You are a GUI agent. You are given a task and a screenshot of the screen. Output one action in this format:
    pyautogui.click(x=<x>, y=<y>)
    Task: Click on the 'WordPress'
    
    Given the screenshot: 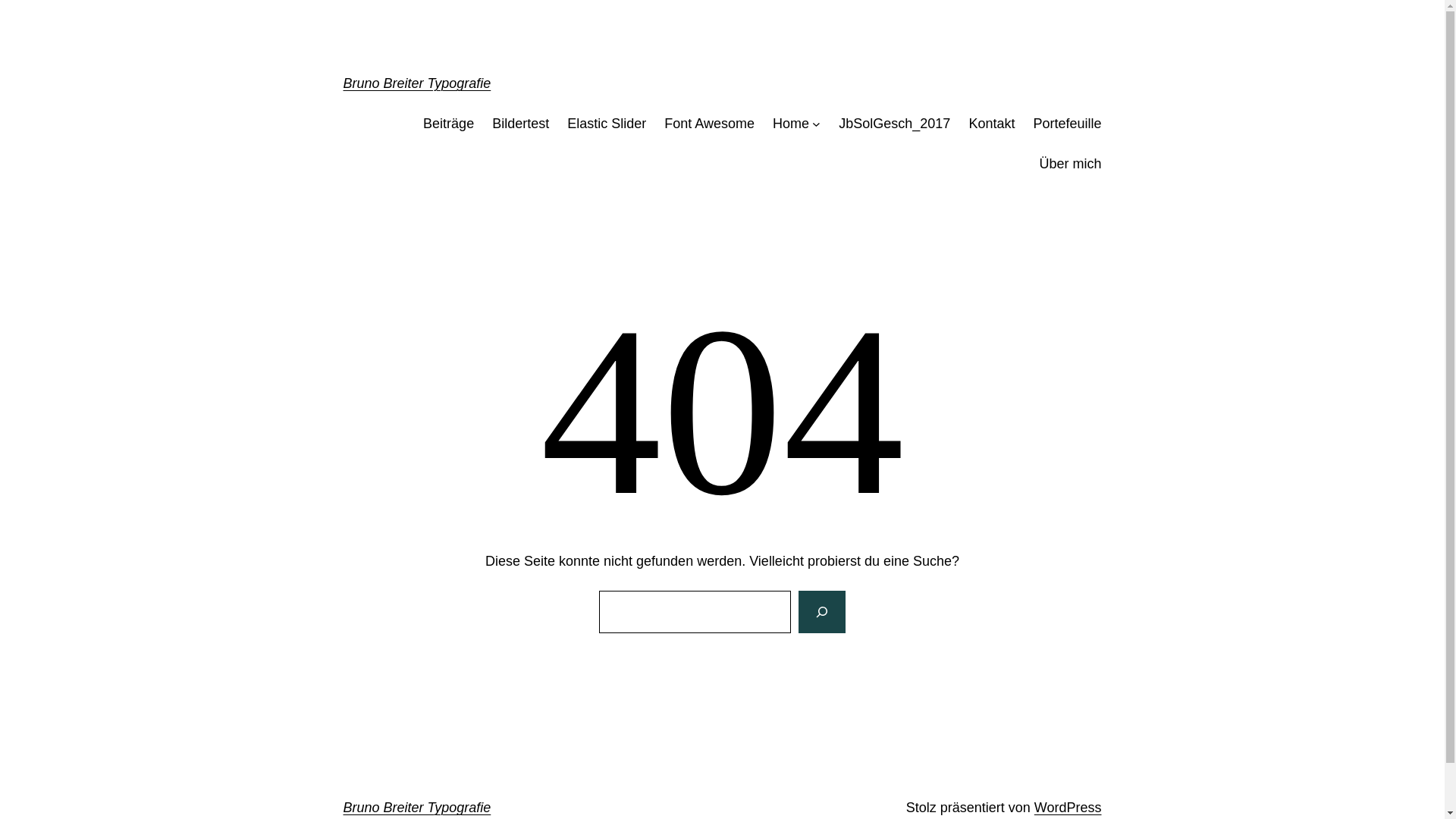 What is the action you would take?
    pyautogui.click(x=1067, y=806)
    